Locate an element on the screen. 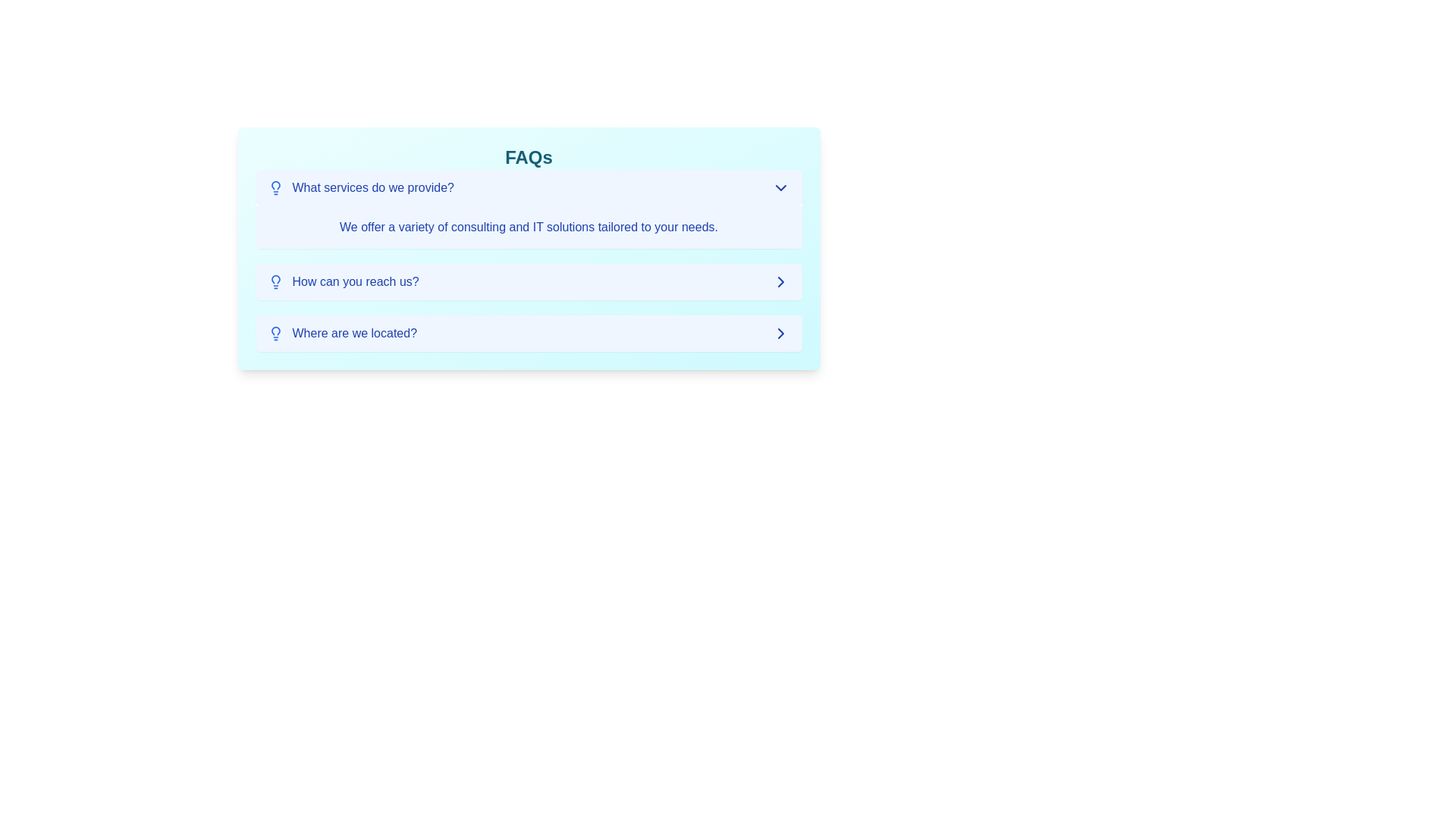  the Interactive FAQ item labeled 'How can you reach us?' is located at coordinates (529, 281).